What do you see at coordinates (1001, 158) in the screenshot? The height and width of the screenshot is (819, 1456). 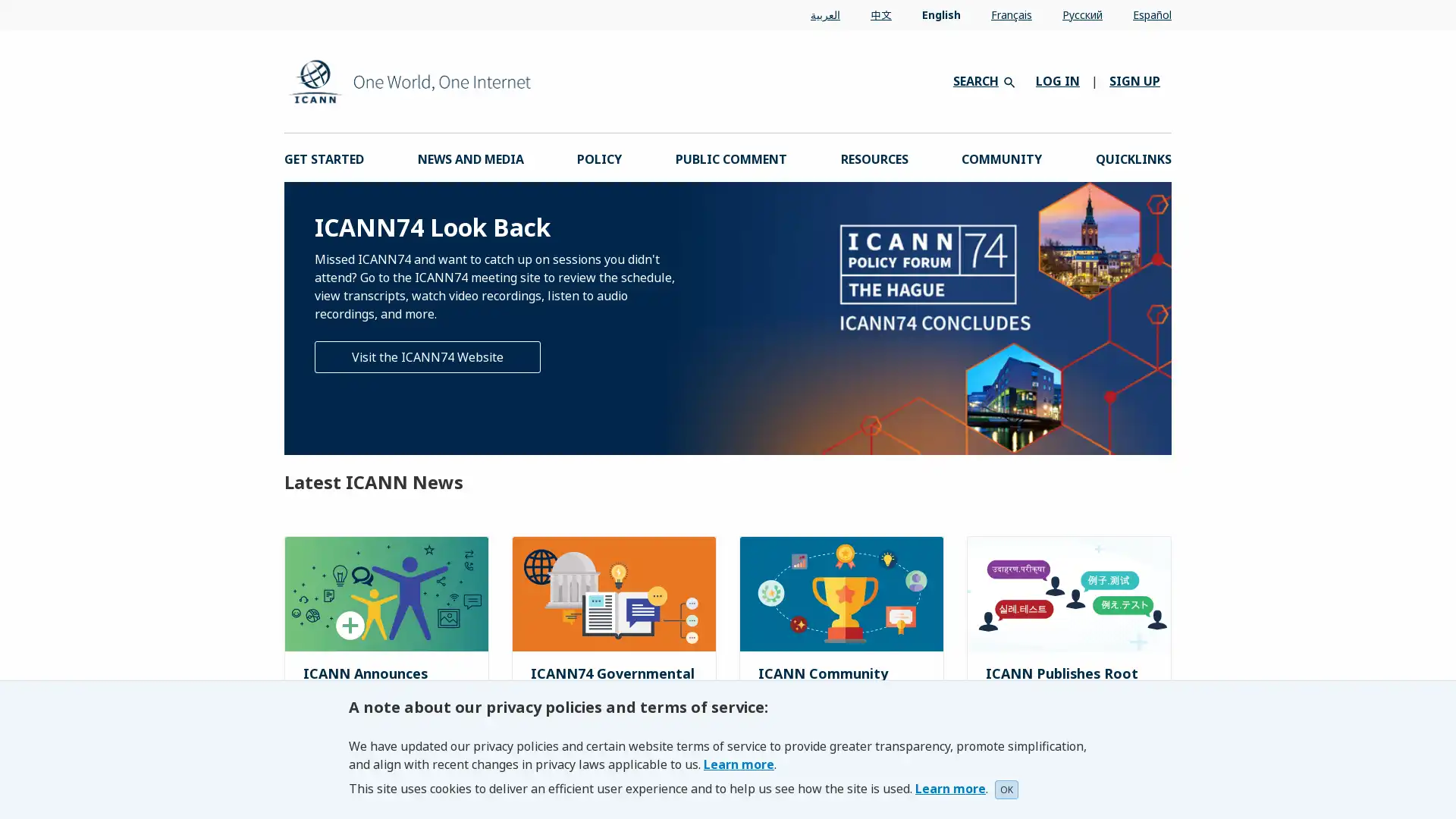 I see `COMMUNITY` at bounding box center [1001, 158].